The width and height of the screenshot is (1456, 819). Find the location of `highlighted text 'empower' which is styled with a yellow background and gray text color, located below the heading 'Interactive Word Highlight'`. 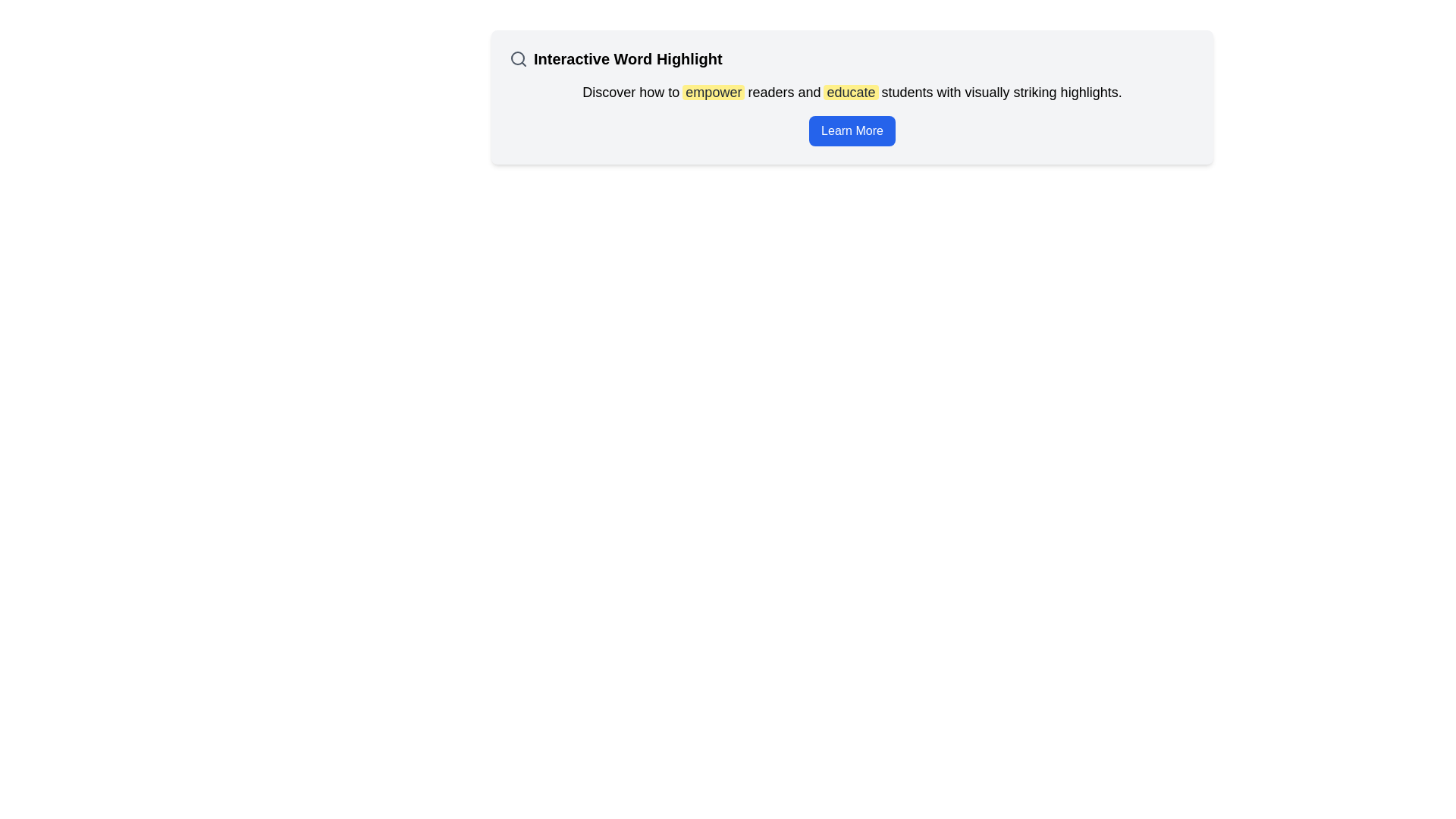

highlighted text 'empower' which is styled with a yellow background and gray text color, located below the heading 'Interactive Word Highlight' is located at coordinates (713, 93).